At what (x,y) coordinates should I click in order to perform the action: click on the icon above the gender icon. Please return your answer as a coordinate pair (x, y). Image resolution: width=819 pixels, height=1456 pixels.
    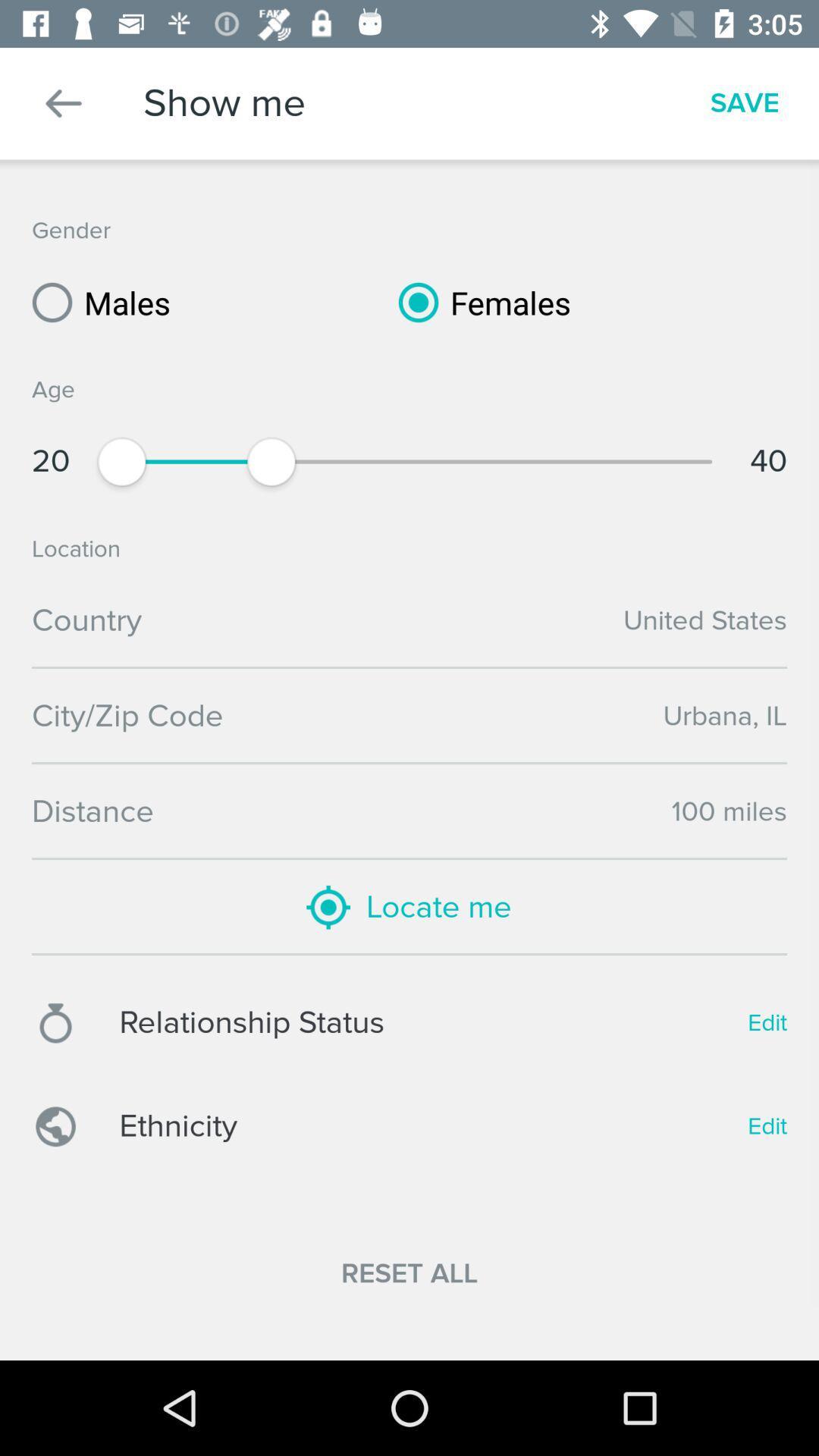
    Looking at the image, I should click on (63, 102).